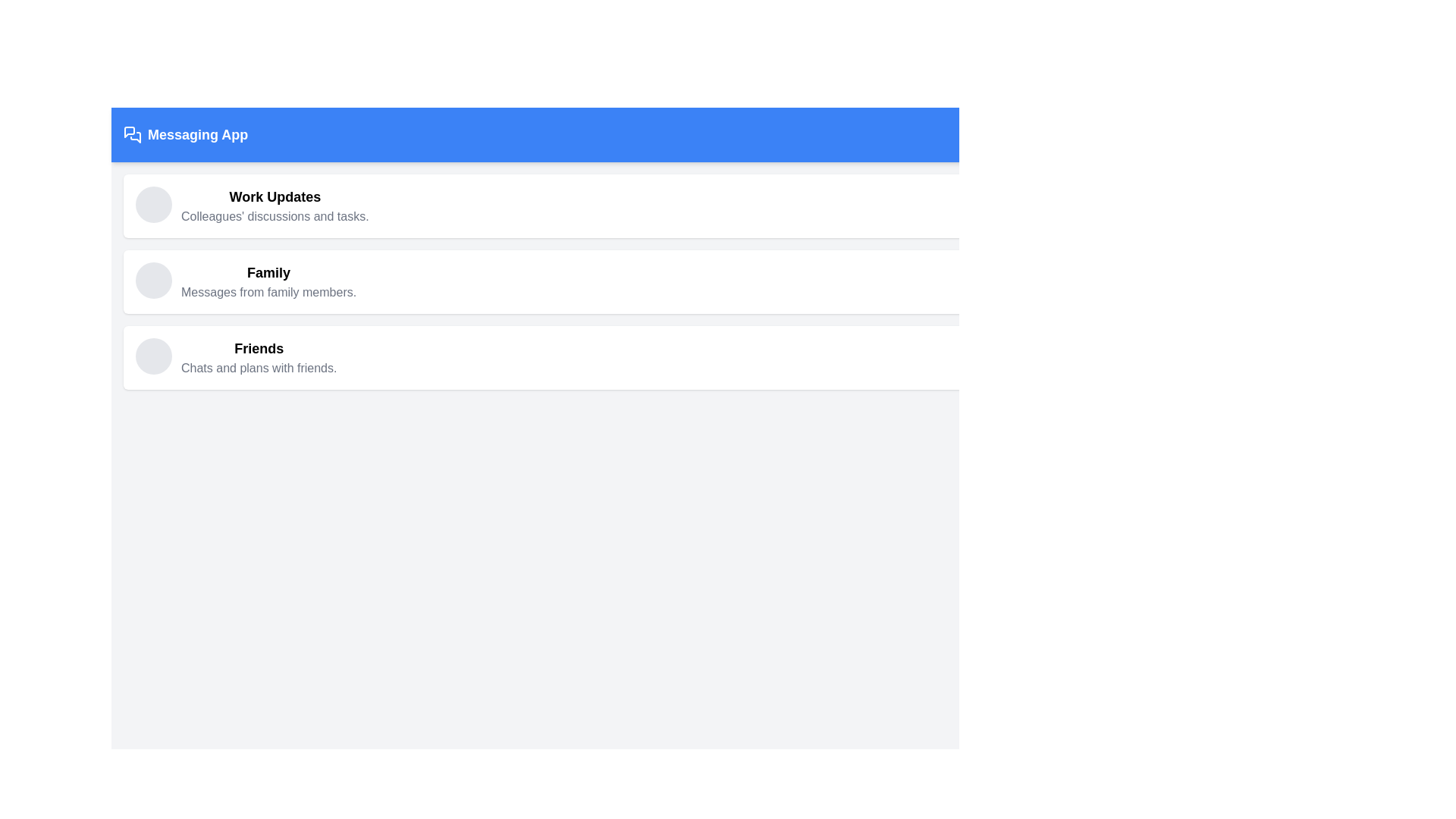 The image size is (1456, 819). What do you see at coordinates (268, 292) in the screenshot?
I see `text label displaying 'Messages from family members.' which is located below the 'Family' title in the list entry labeled 'Family'` at bounding box center [268, 292].